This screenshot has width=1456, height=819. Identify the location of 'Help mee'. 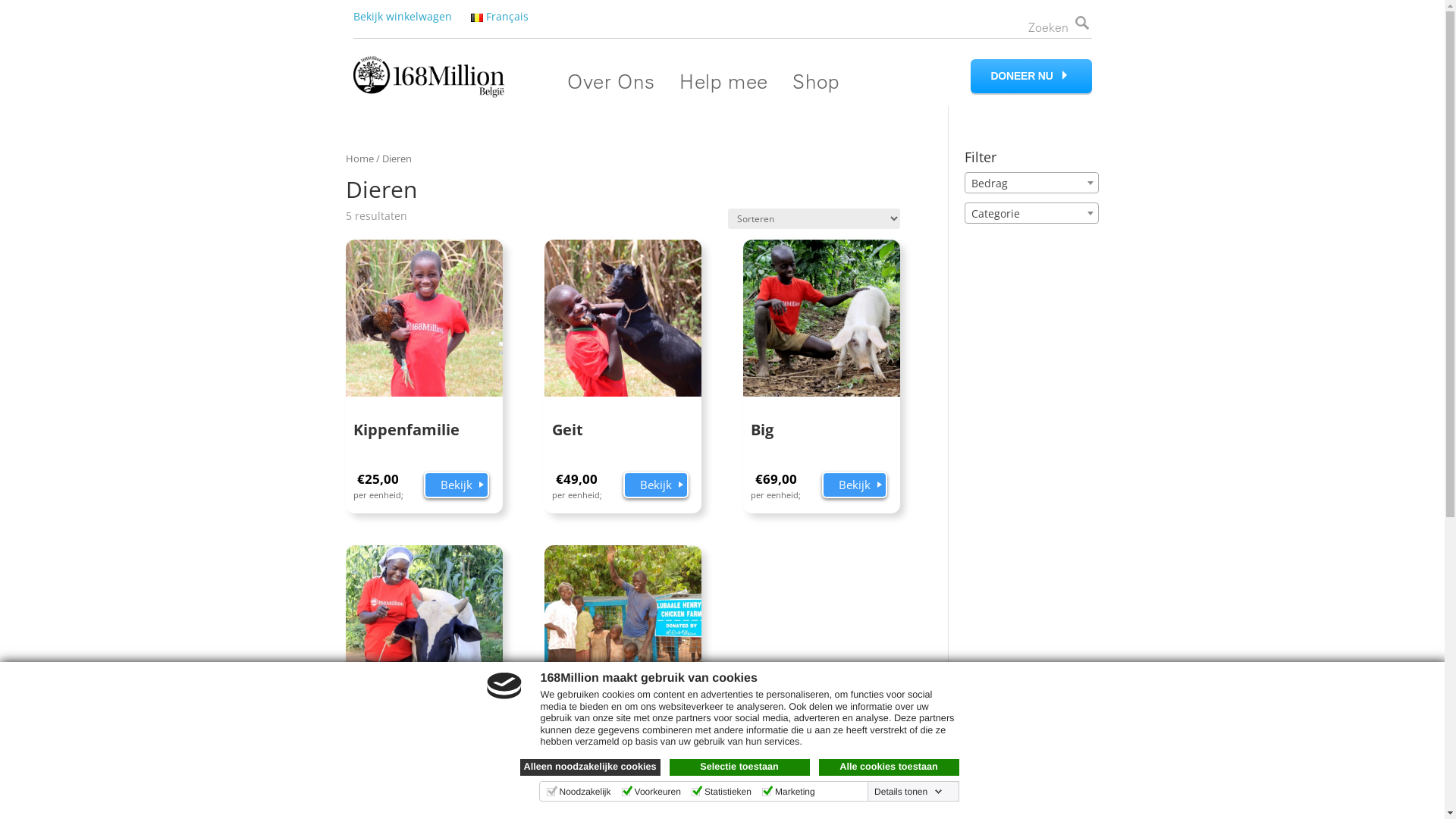
(723, 81).